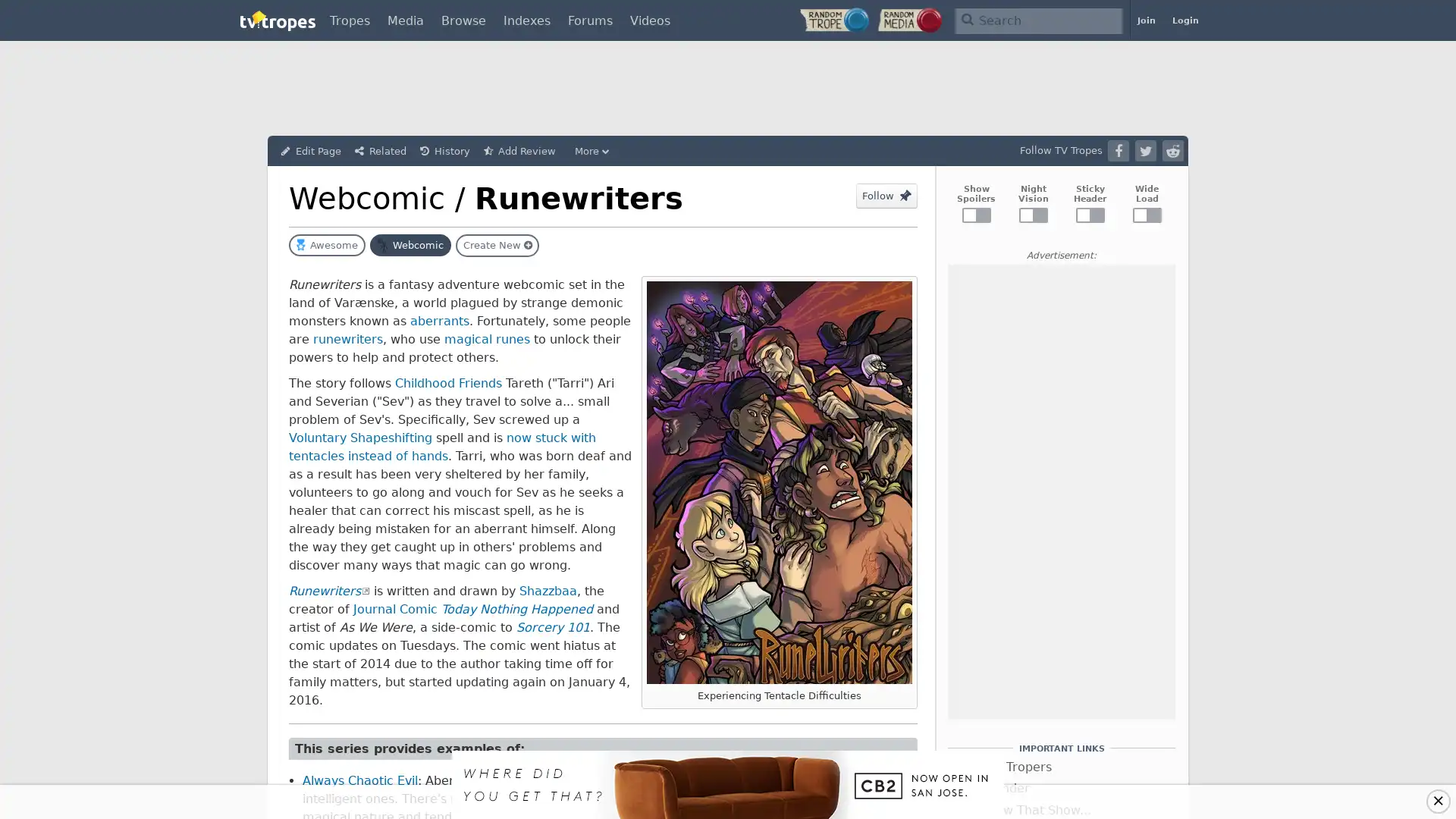 The image size is (1456, 819). Describe the element at coordinates (593, 151) in the screenshot. I see `More` at that location.